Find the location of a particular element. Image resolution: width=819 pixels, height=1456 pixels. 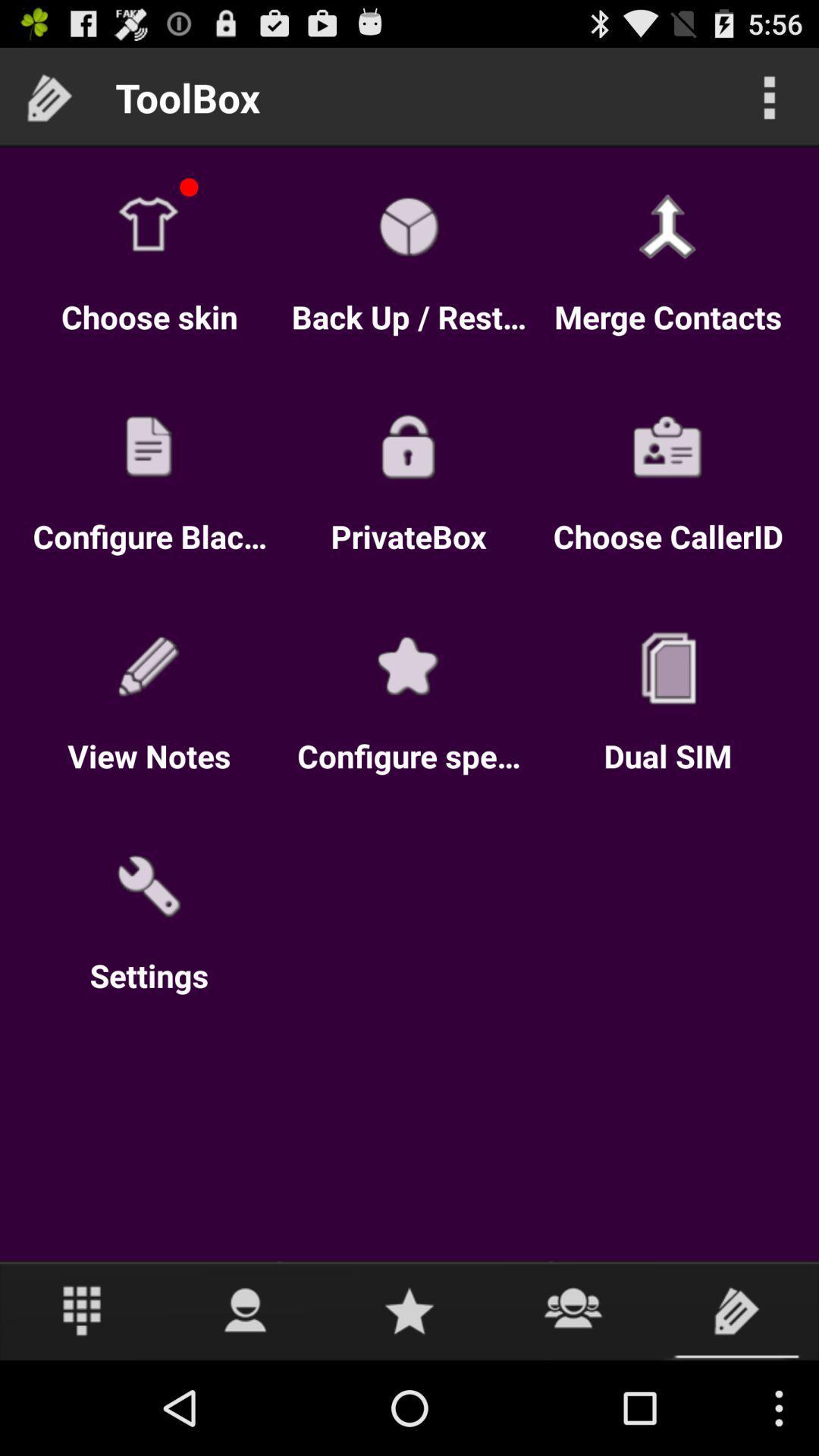

the group icon is located at coordinates (573, 1401).